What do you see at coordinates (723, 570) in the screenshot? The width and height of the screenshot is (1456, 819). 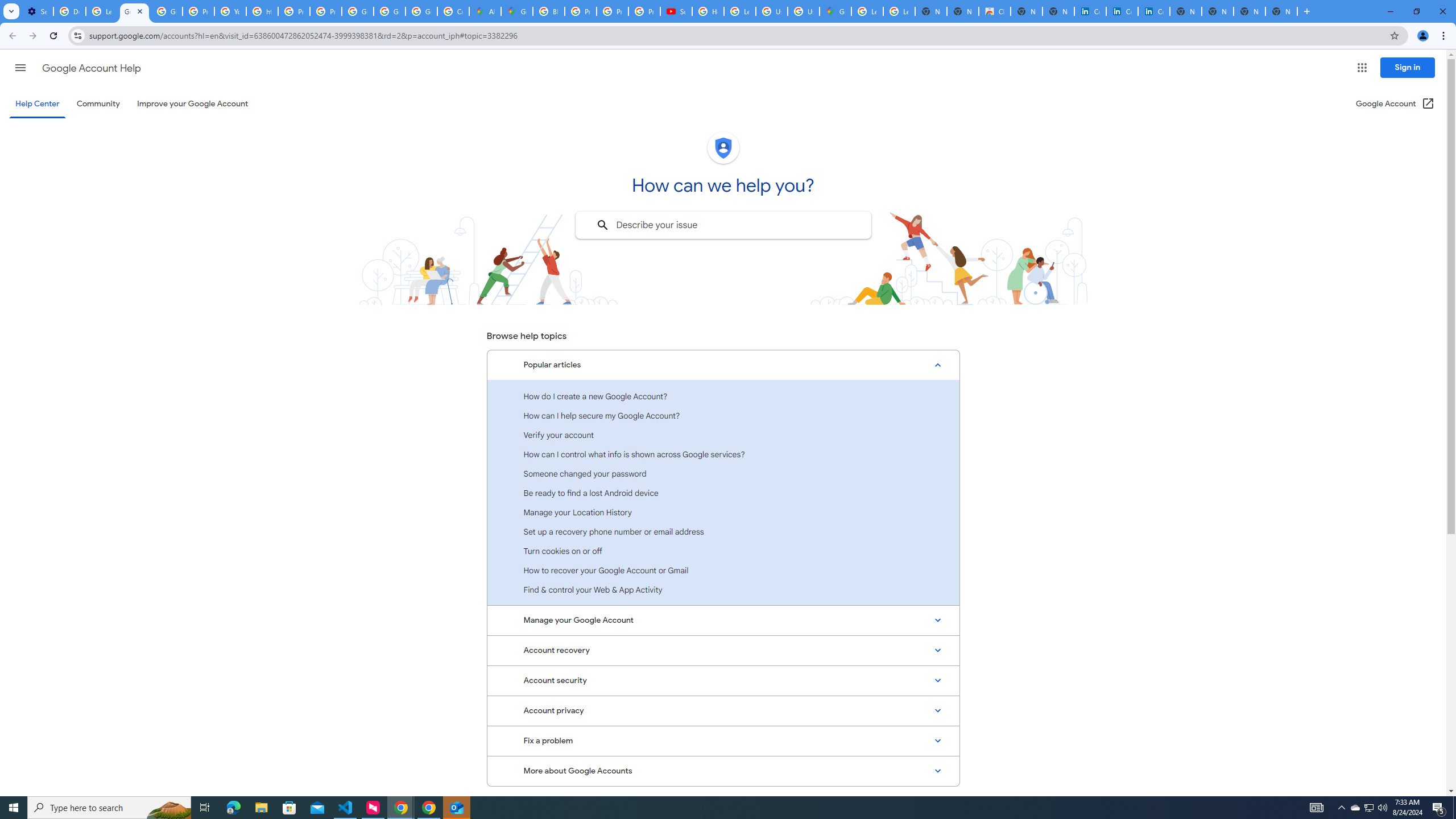 I see `'How to recover your Google Account or Gmail'` at bounding box center [723, 570].